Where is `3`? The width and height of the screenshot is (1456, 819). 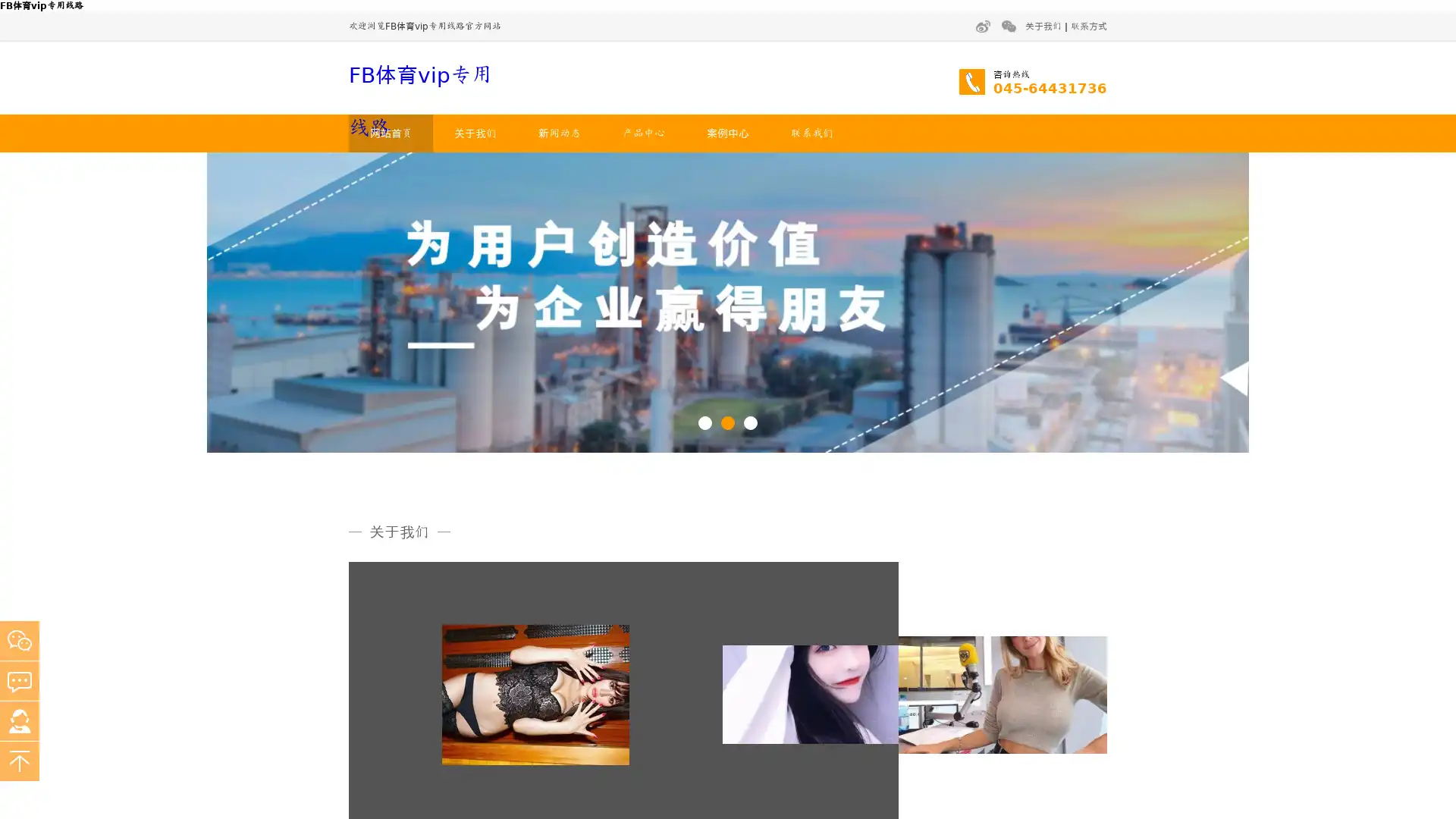
3 is located at coordinates (750, 422).